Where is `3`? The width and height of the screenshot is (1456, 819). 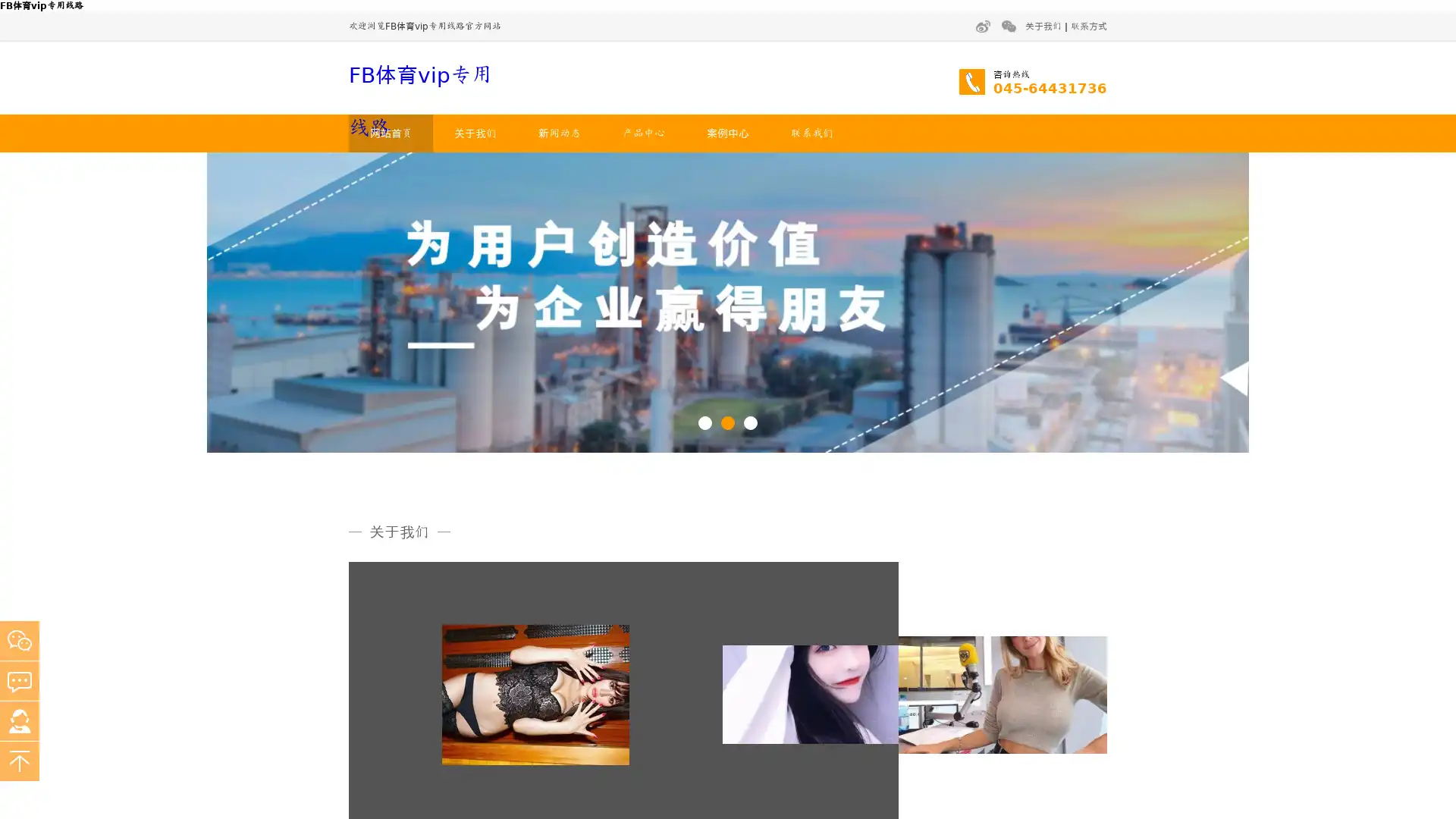
3 is located at coordinates (750, 422).